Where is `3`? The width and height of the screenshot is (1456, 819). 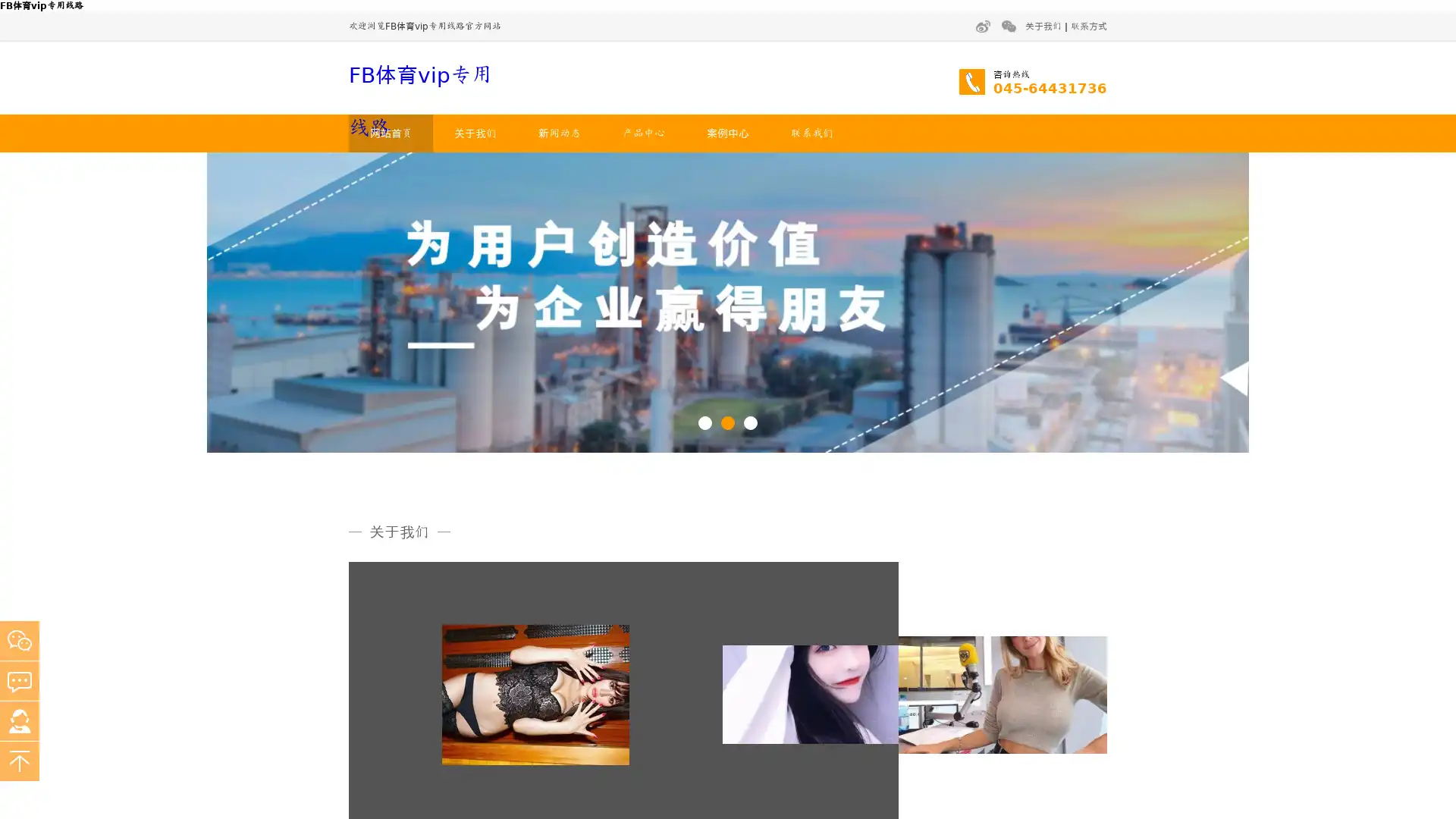
3 is located at coordinates (750, 422).